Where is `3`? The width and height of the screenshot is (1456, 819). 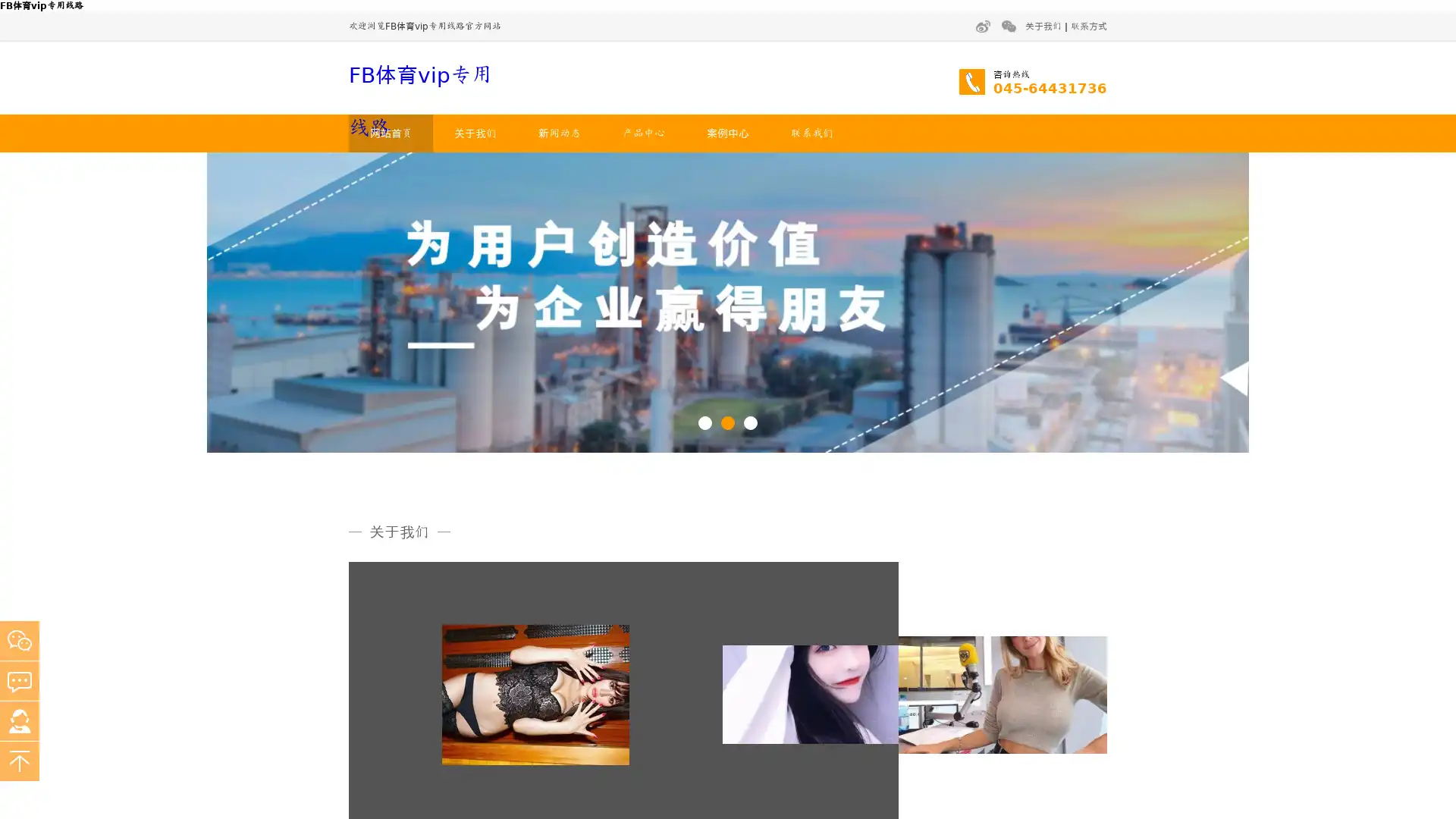
3 is located at coordinates (750, 422).